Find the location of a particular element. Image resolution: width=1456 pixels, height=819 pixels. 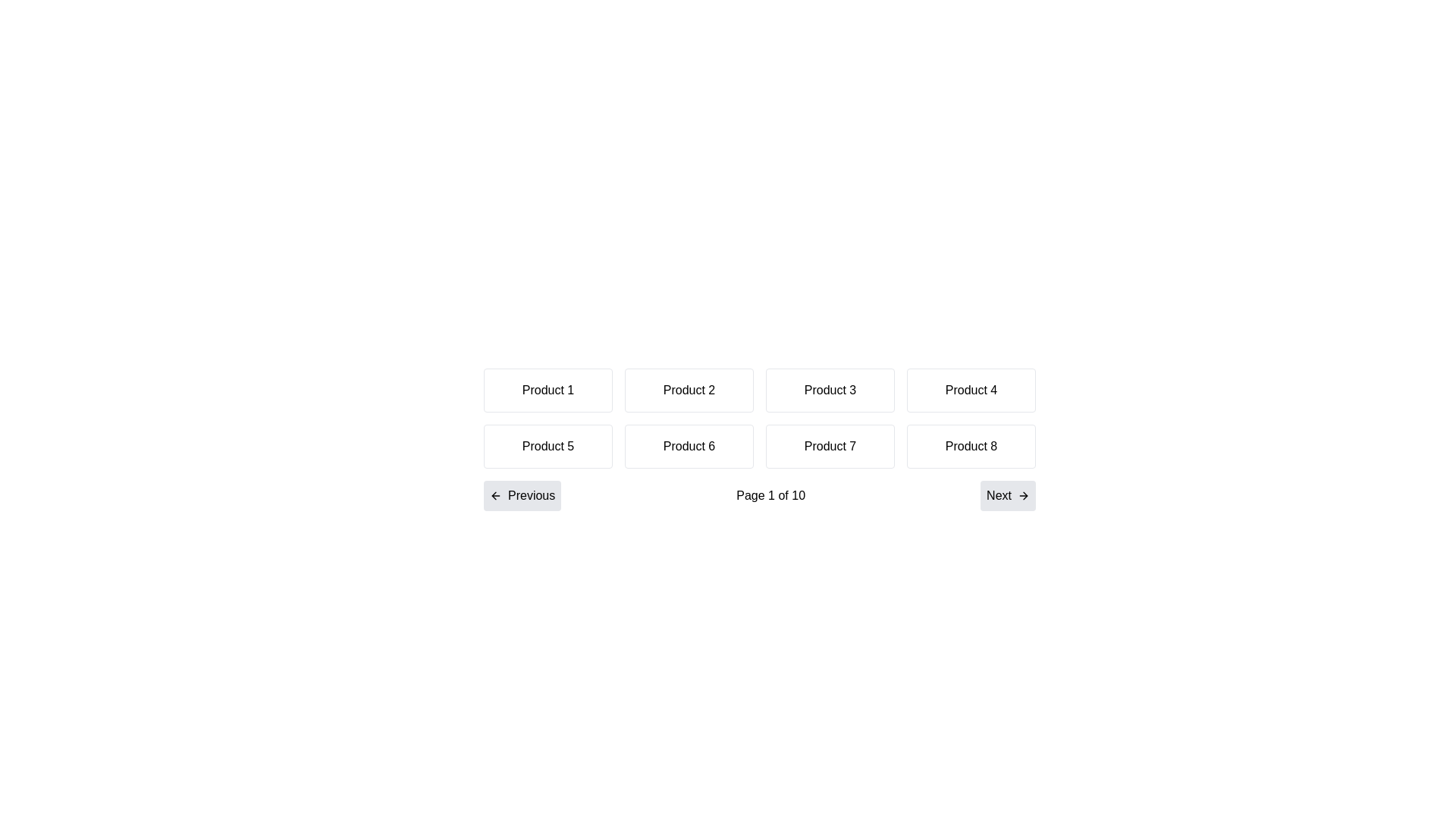

the second clickable card representing 'Product 2', which is positioned in the top row of the grid layout between 'Product 1' and 'Product 3' is located at coordinates (688, 390).